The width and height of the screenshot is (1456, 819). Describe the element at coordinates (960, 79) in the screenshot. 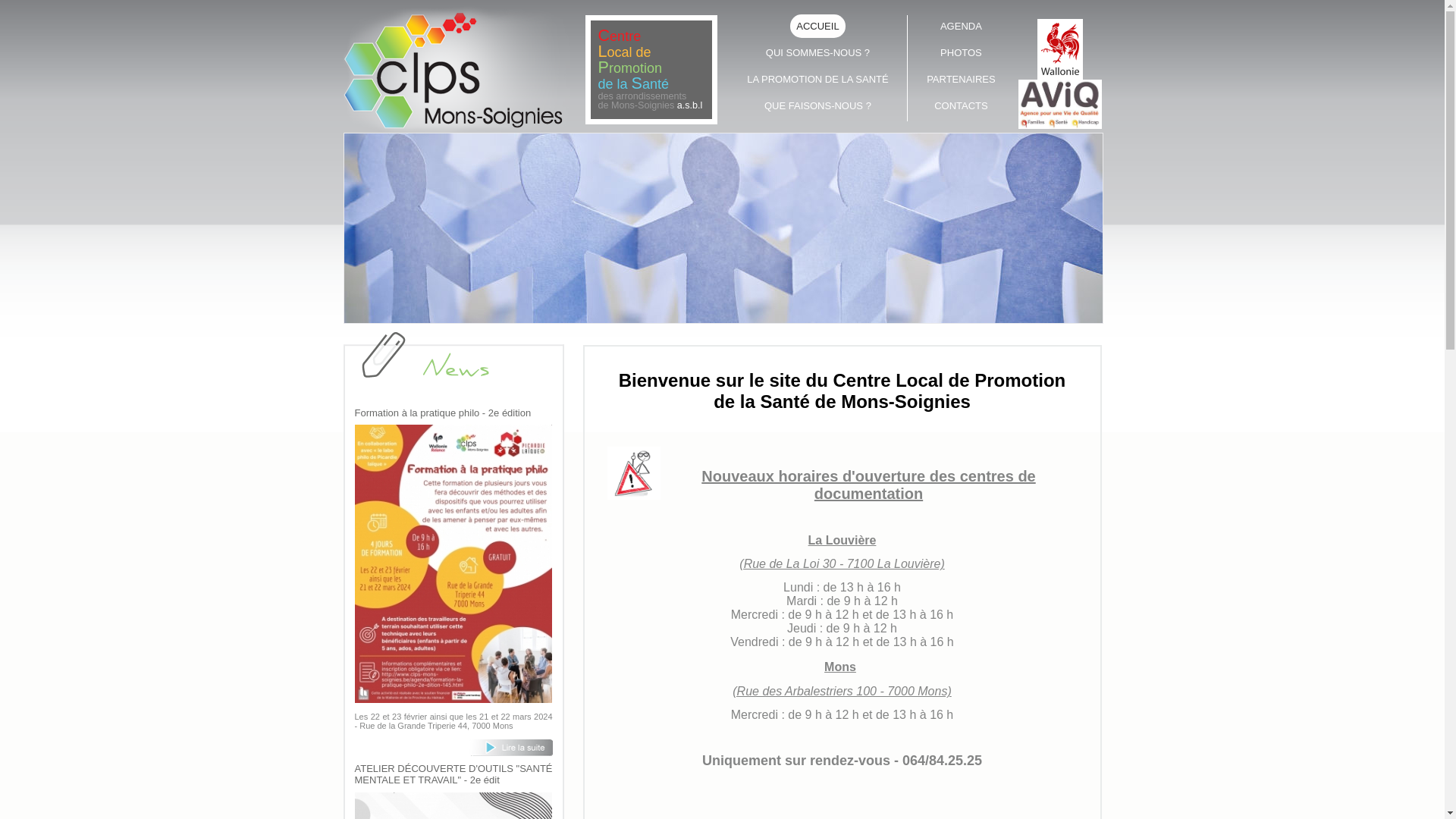

I see `'PARTENAIRES'` at that location.